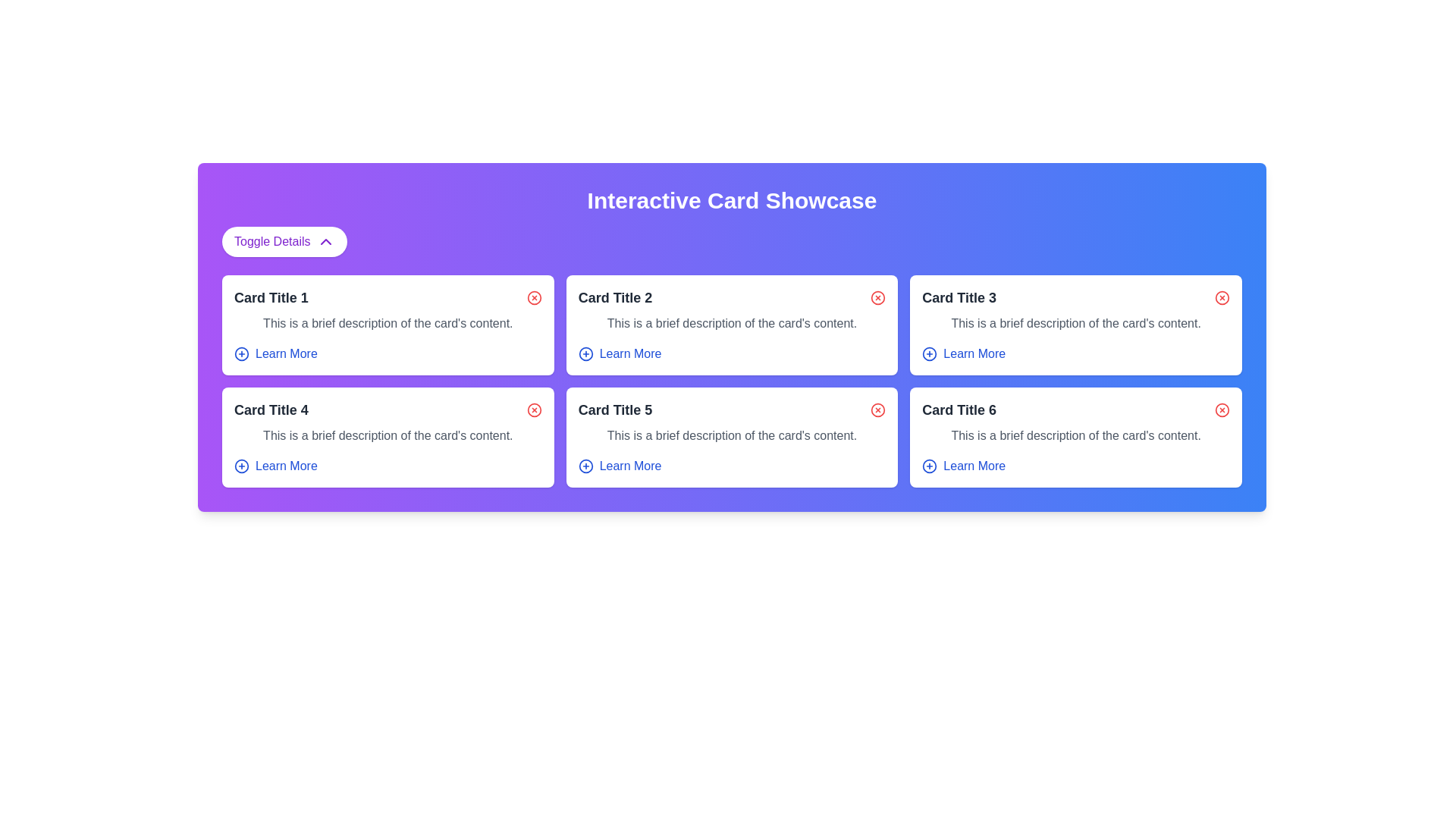 The width and height of the screenshot is (1456, 819). What do you see at coordinates (534, 409) in the screenshot?
I see `the circular element with a red border, part of the close button icon located in the top-right corner of the 'Card Title 4' card` at bounding box center [534, 409].